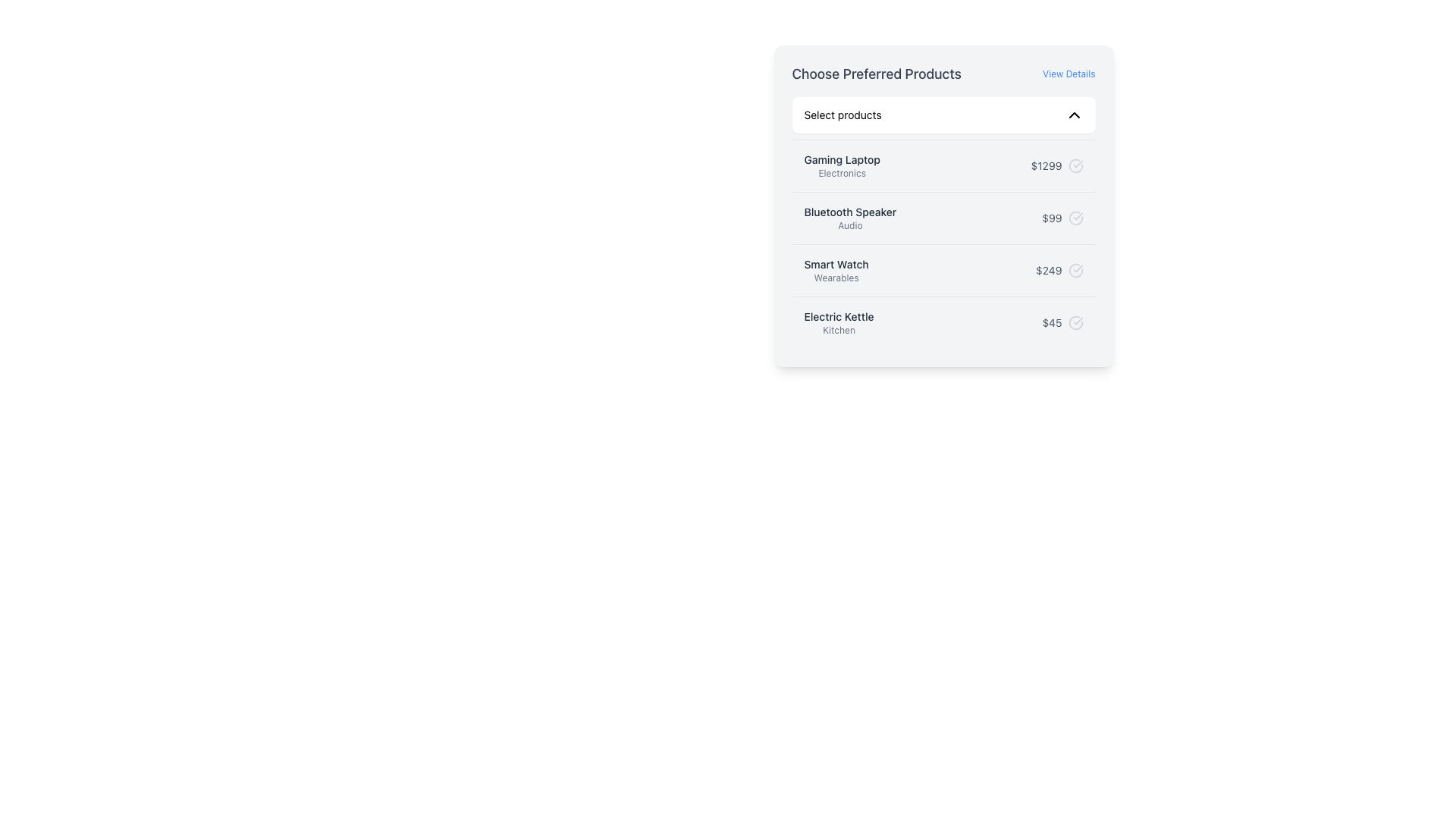  I want to click on the product item titled 'Electric Kettle' in the 'Choose Preferred Products' list, so click(943, 322).